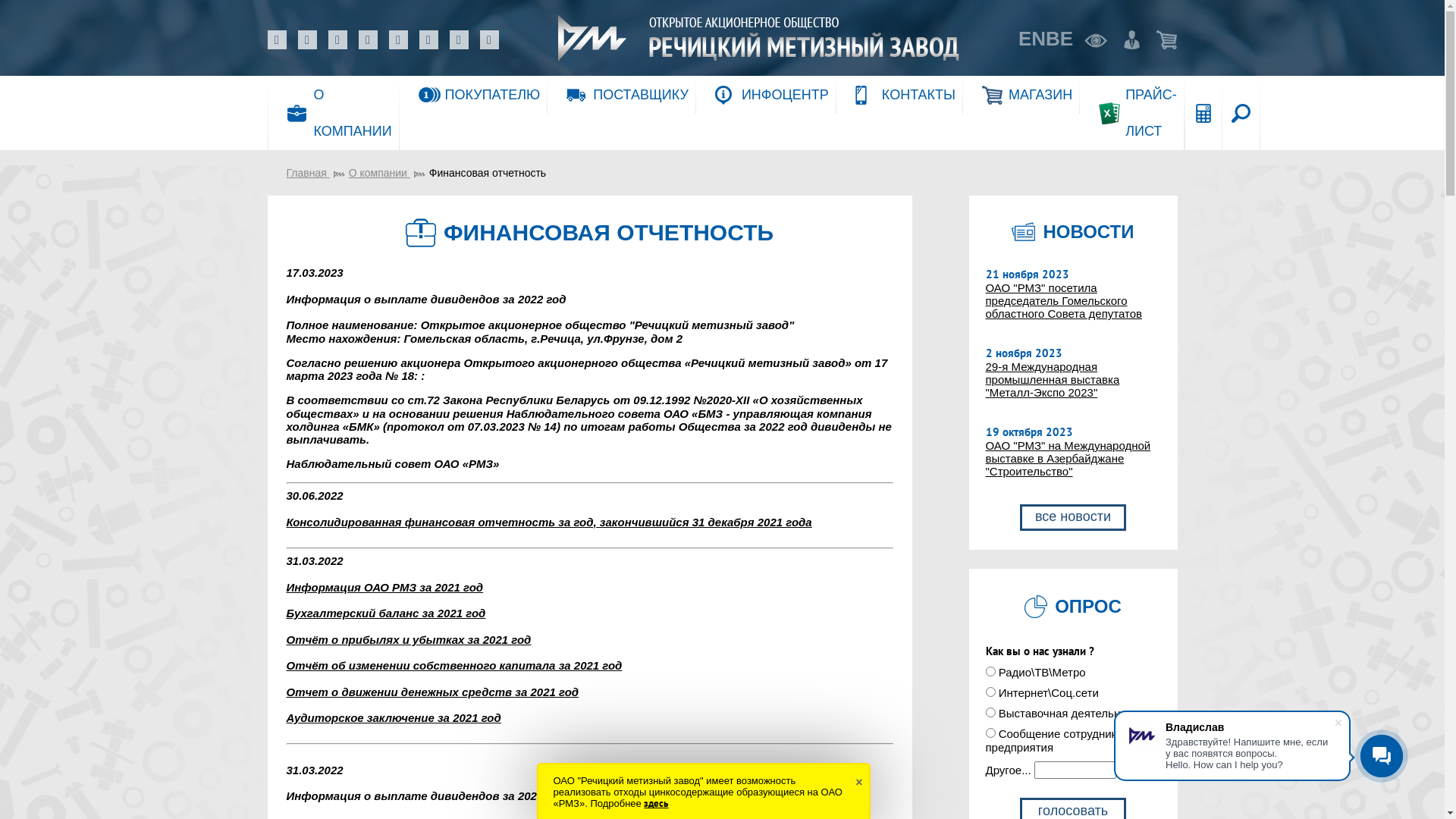 The image size is (1456, 819). I want to click on 'Odnoklassniki', so click(336, 39).